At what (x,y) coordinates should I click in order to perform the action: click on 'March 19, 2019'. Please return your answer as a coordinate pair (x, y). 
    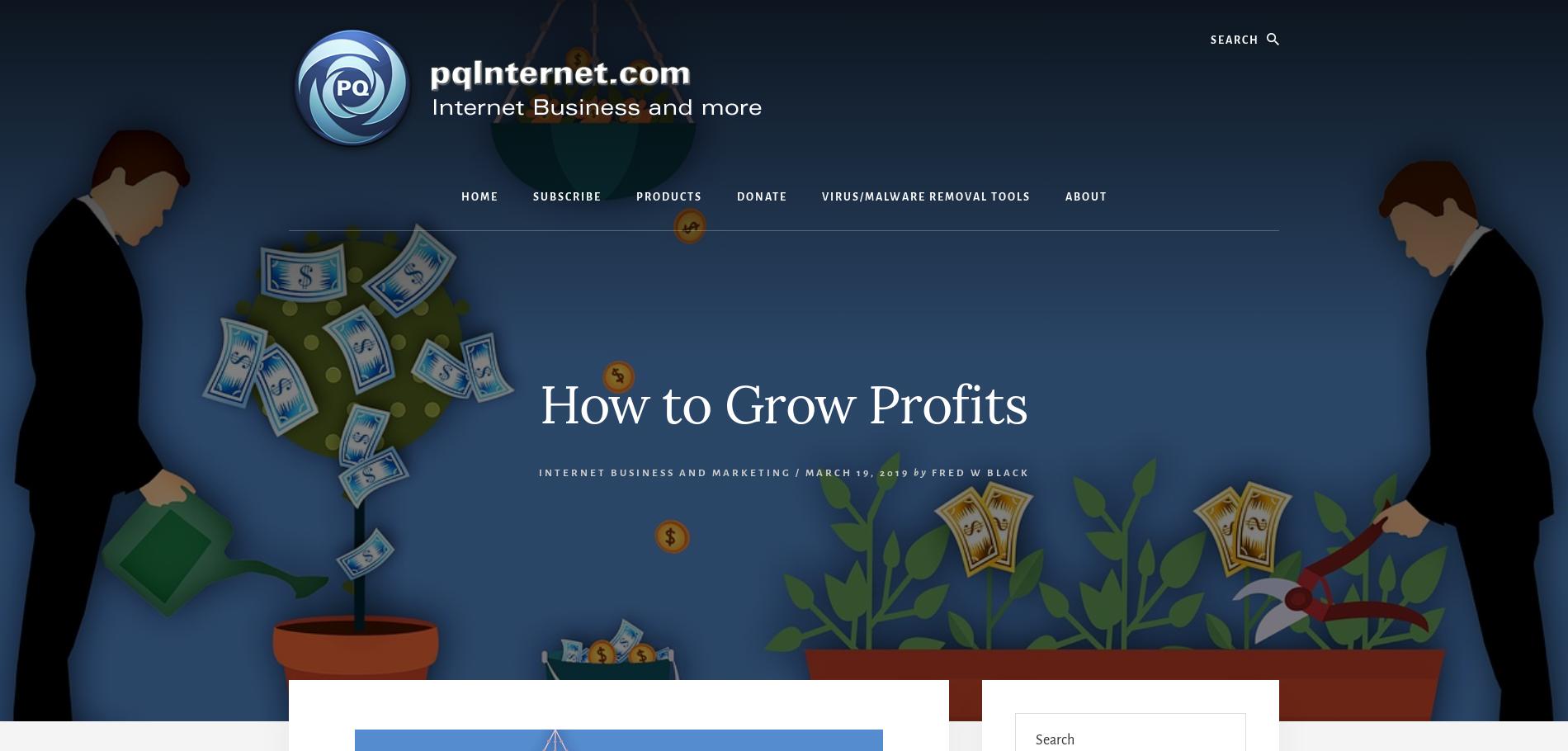
    Looking at the image, I should click on (805, 472).